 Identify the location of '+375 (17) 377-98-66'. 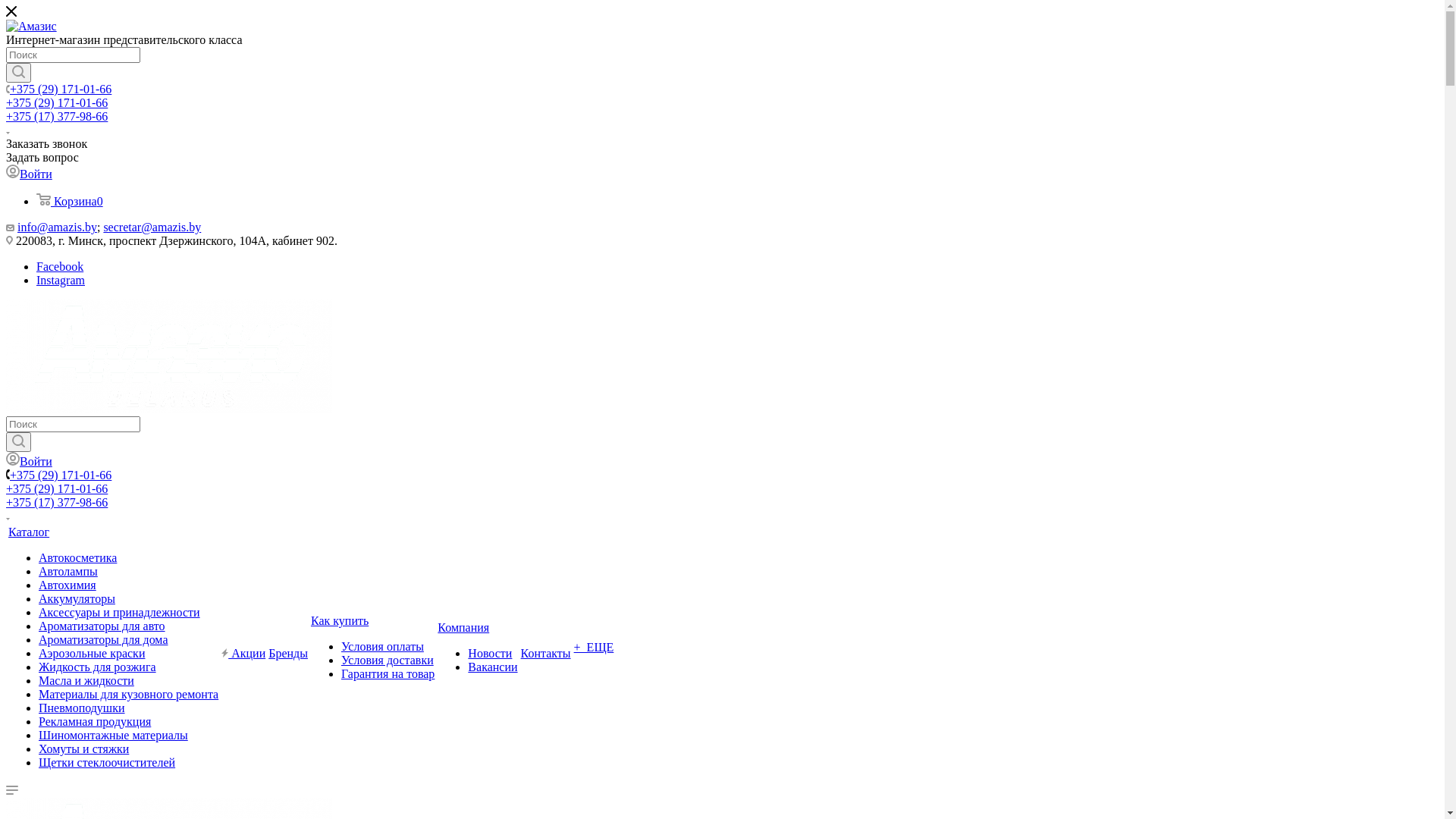
(57, 115).